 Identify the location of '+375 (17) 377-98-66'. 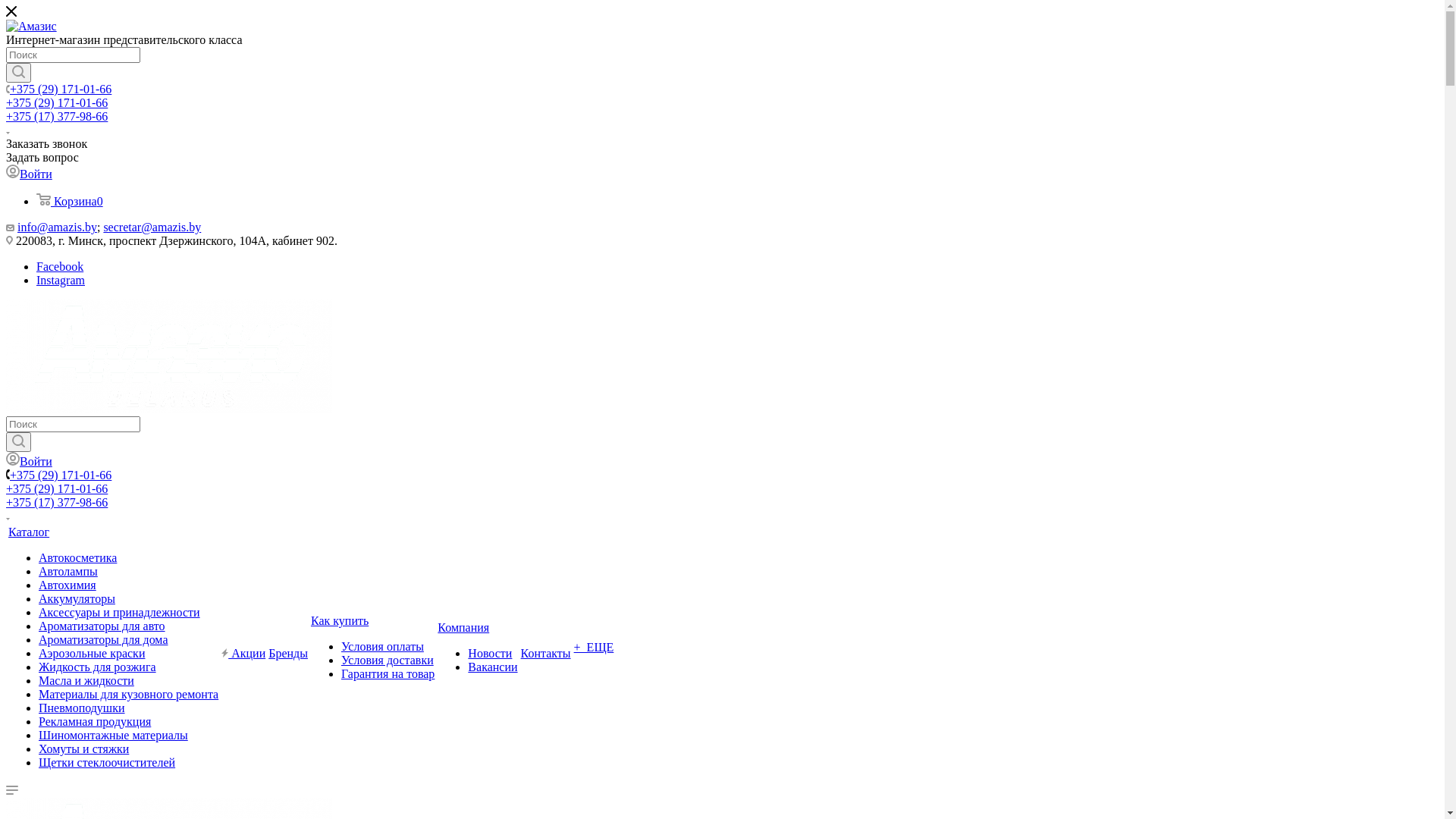
(57, 115).